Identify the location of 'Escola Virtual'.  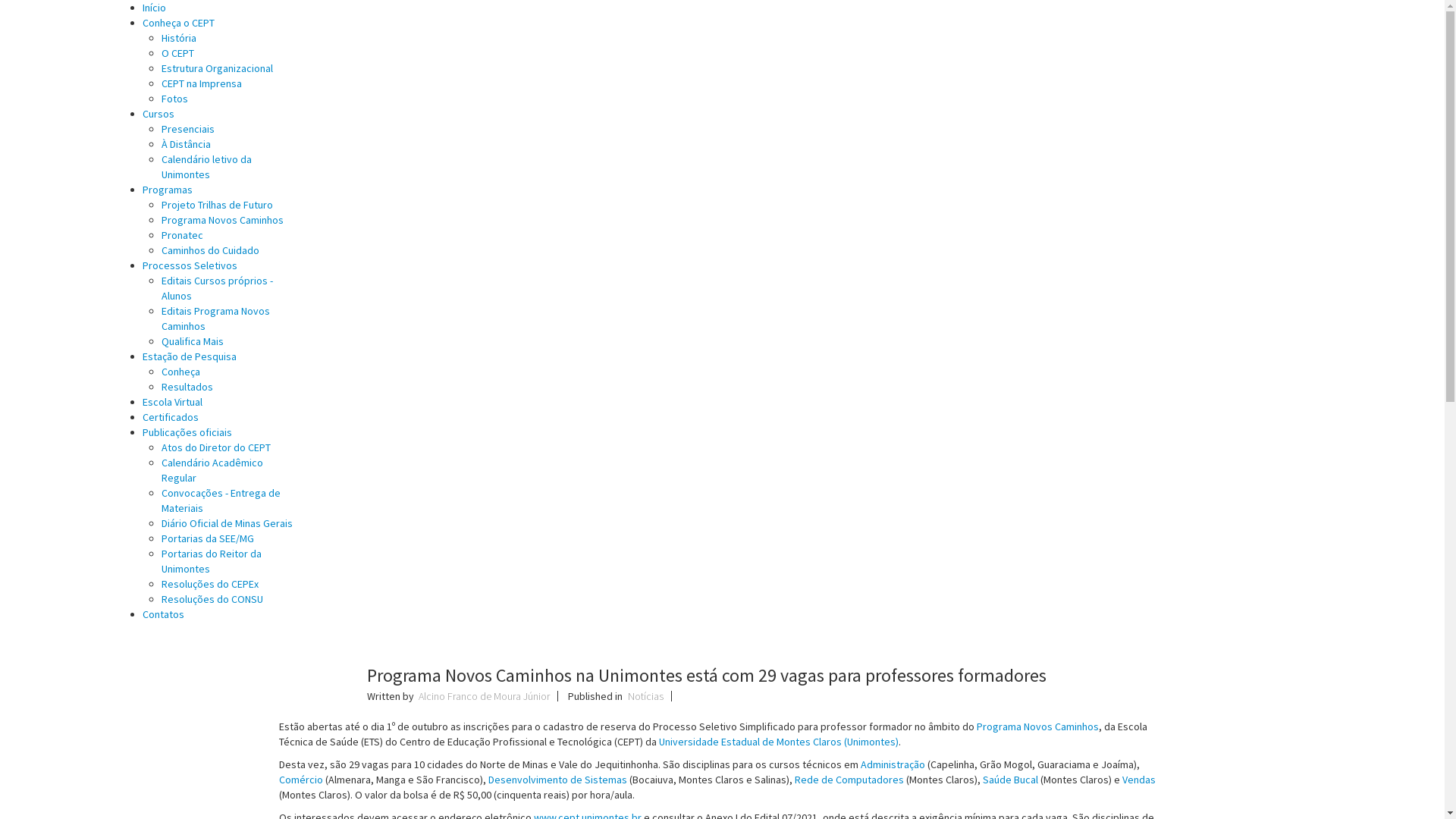
(172, 400).